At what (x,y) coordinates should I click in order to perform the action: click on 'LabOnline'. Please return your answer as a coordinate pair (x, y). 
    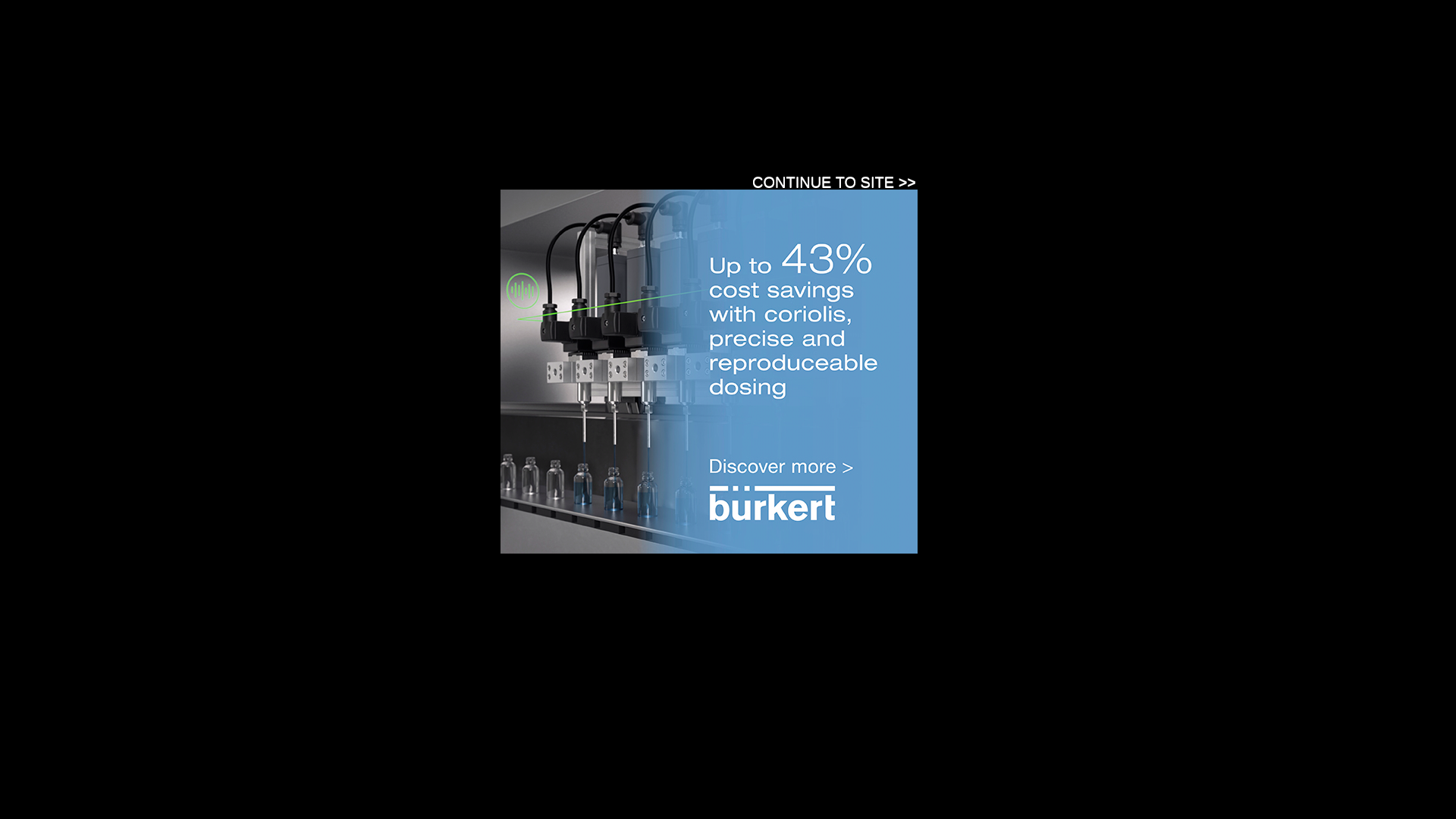
    Looking at the image, I should click on (409, 64).